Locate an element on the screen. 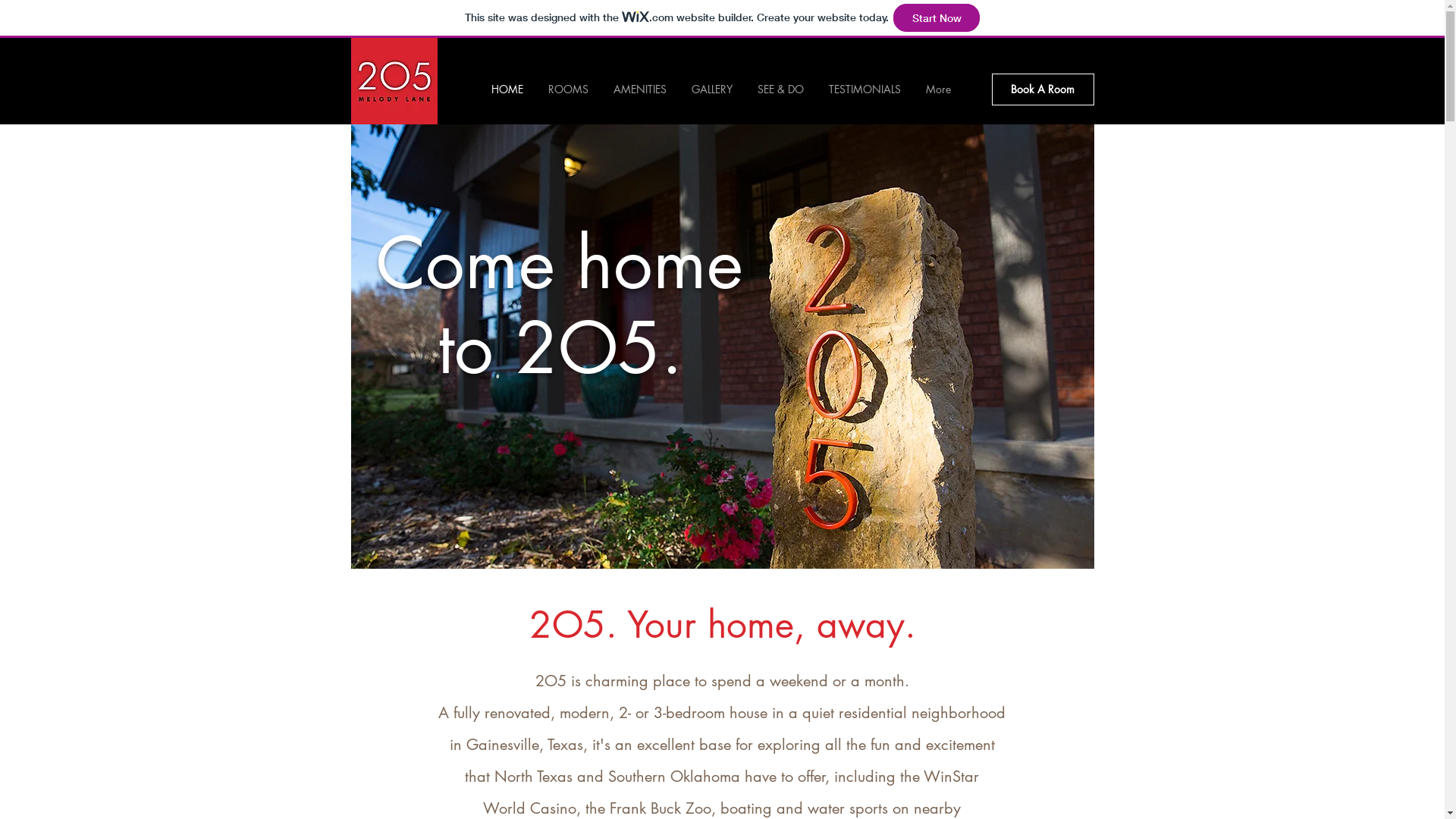 This screenshot has width=1456, height=819. 'Book A Room' is located at coordinates (1042, 89).